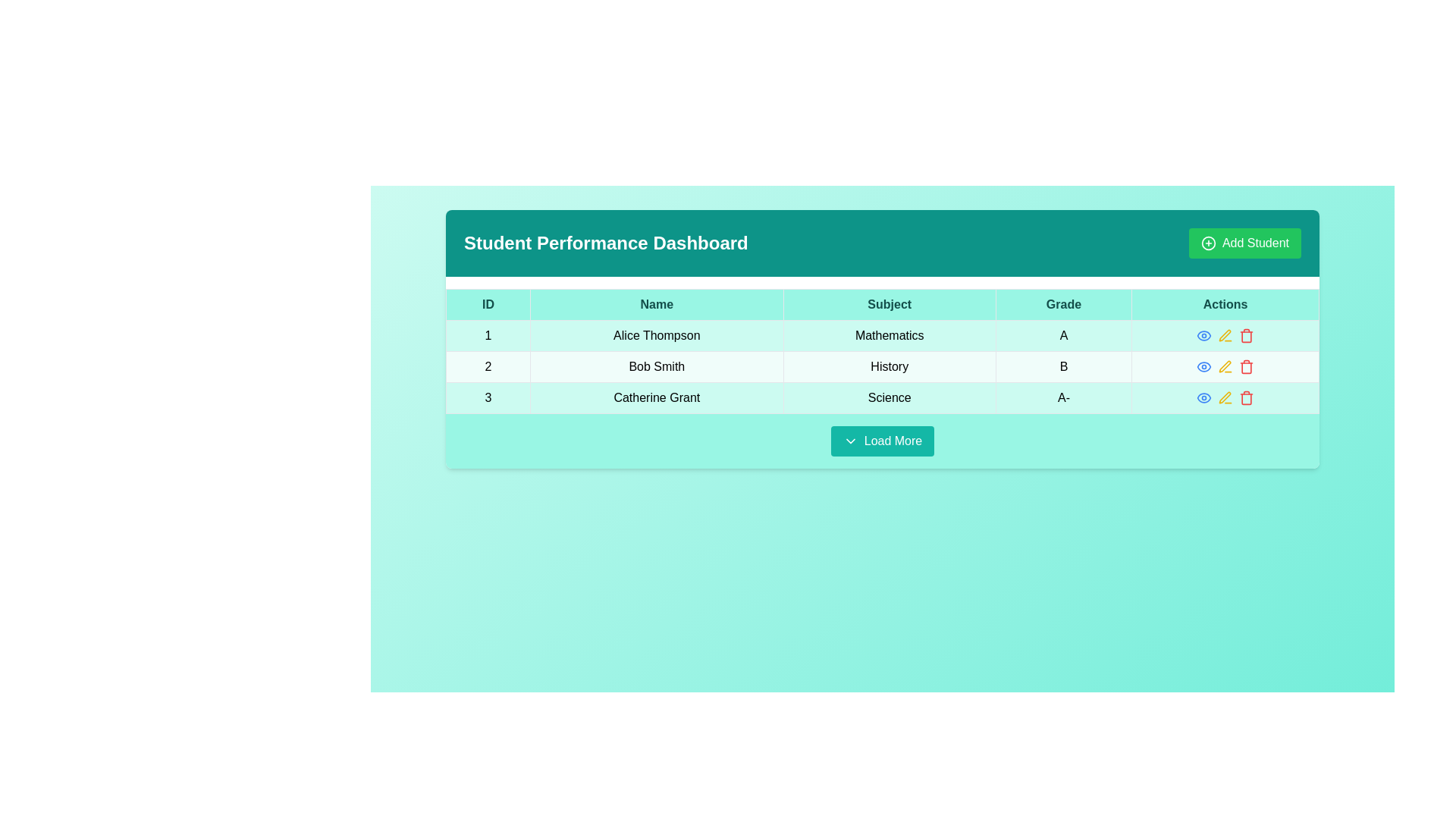  I want to click on the yellow edit icon in the 'Actions' column for 'Bob Smith', so click(1225, 335).